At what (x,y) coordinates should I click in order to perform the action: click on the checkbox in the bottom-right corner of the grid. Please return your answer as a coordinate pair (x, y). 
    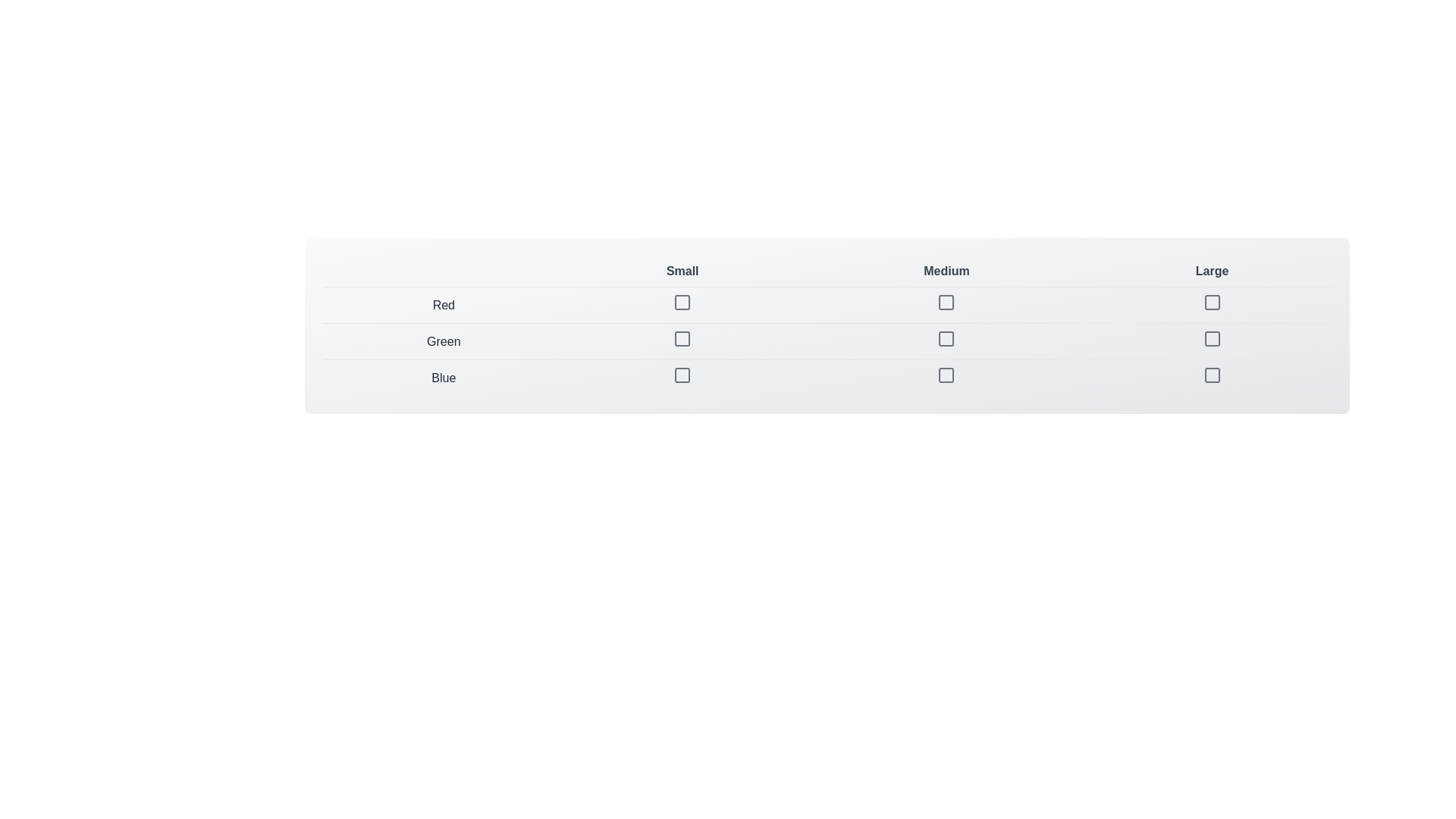
    Looking at the image, I should click on (1211, 375).